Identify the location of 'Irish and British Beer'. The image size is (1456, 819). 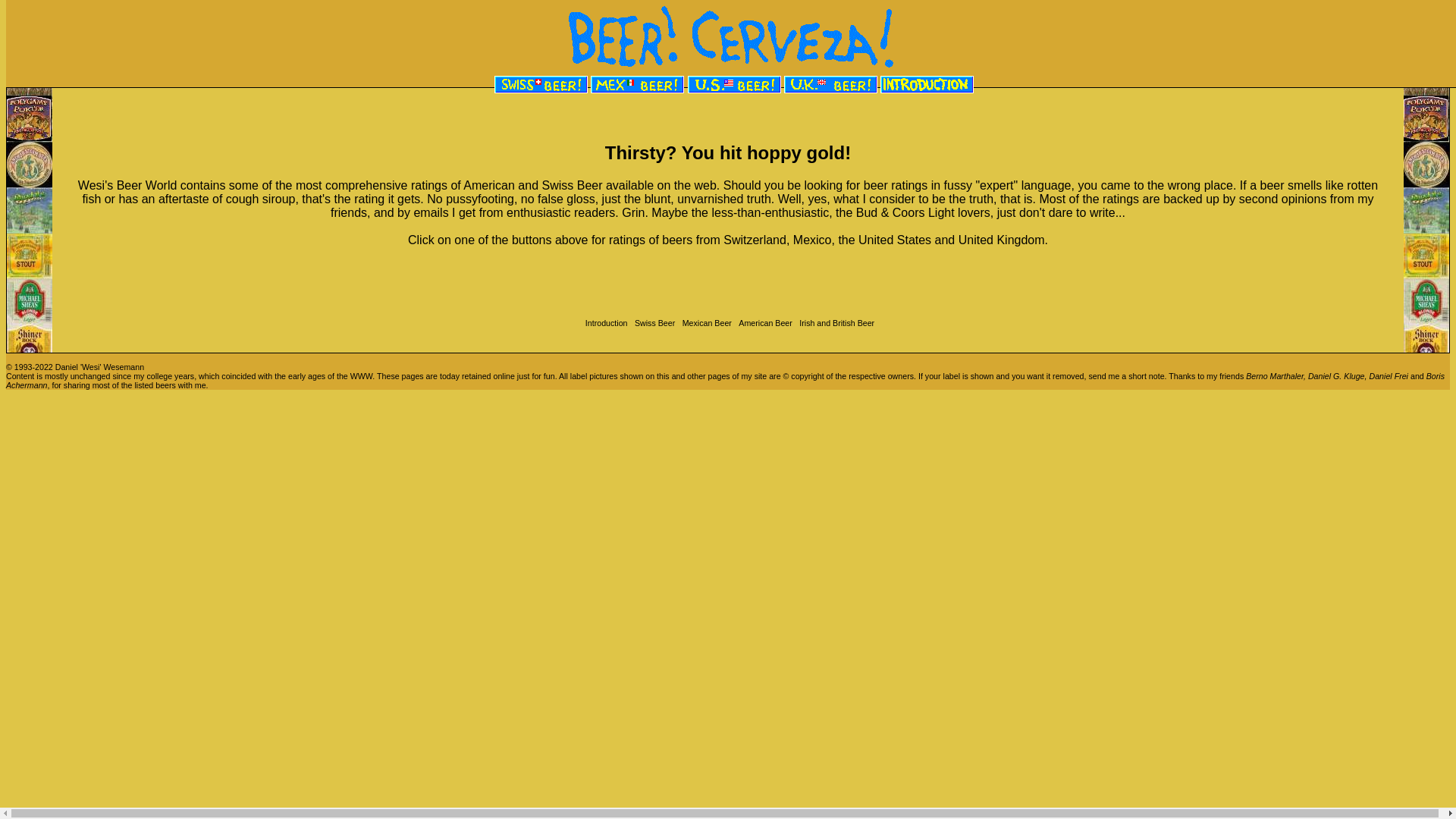
(833, 322).